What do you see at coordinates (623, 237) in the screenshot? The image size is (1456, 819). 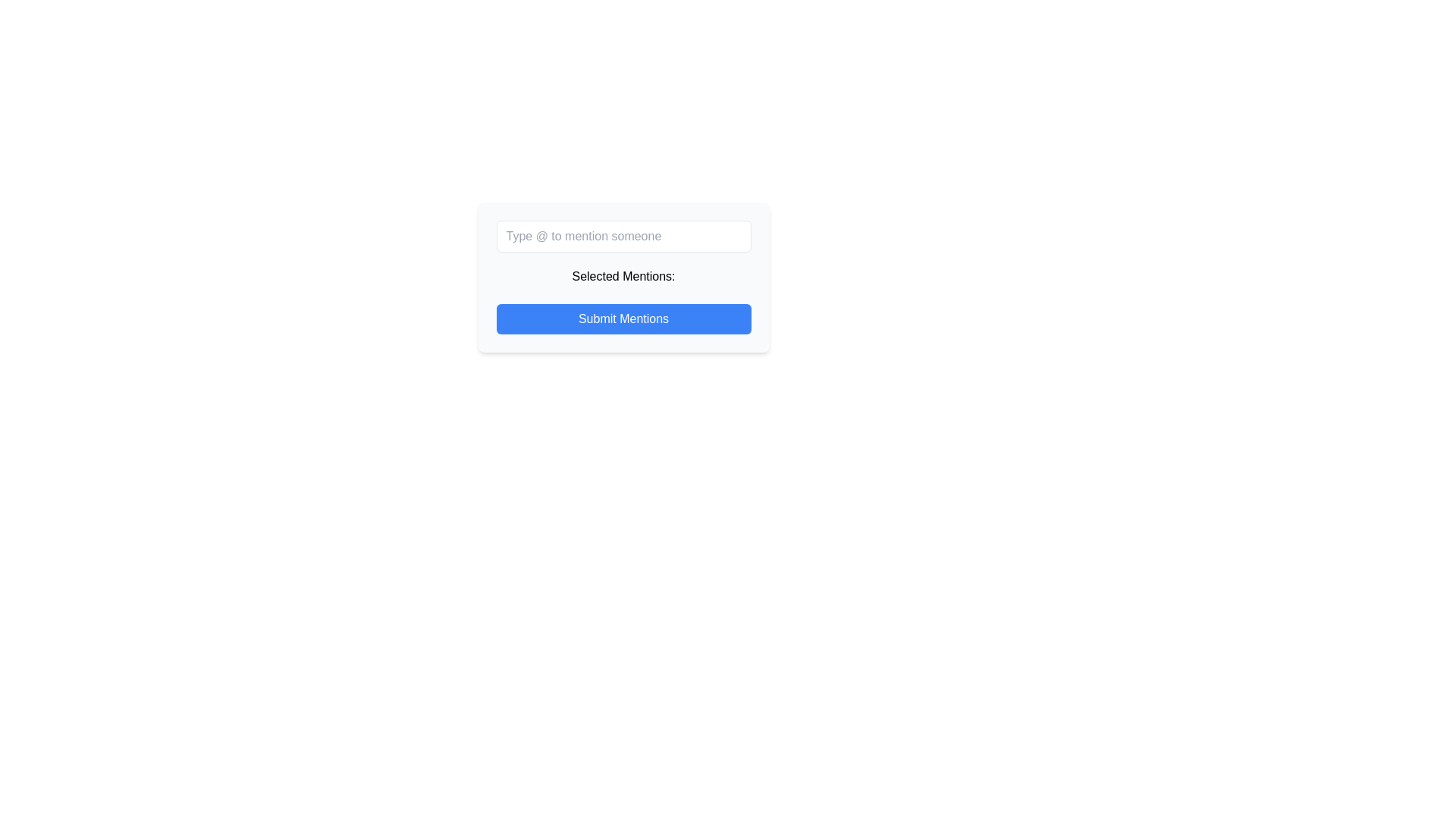 I see `the text input field that allows users to type mentions, located above 'Selected Mentions:' and the 'Submit Mentions' button` at bounding box center [623, 237].